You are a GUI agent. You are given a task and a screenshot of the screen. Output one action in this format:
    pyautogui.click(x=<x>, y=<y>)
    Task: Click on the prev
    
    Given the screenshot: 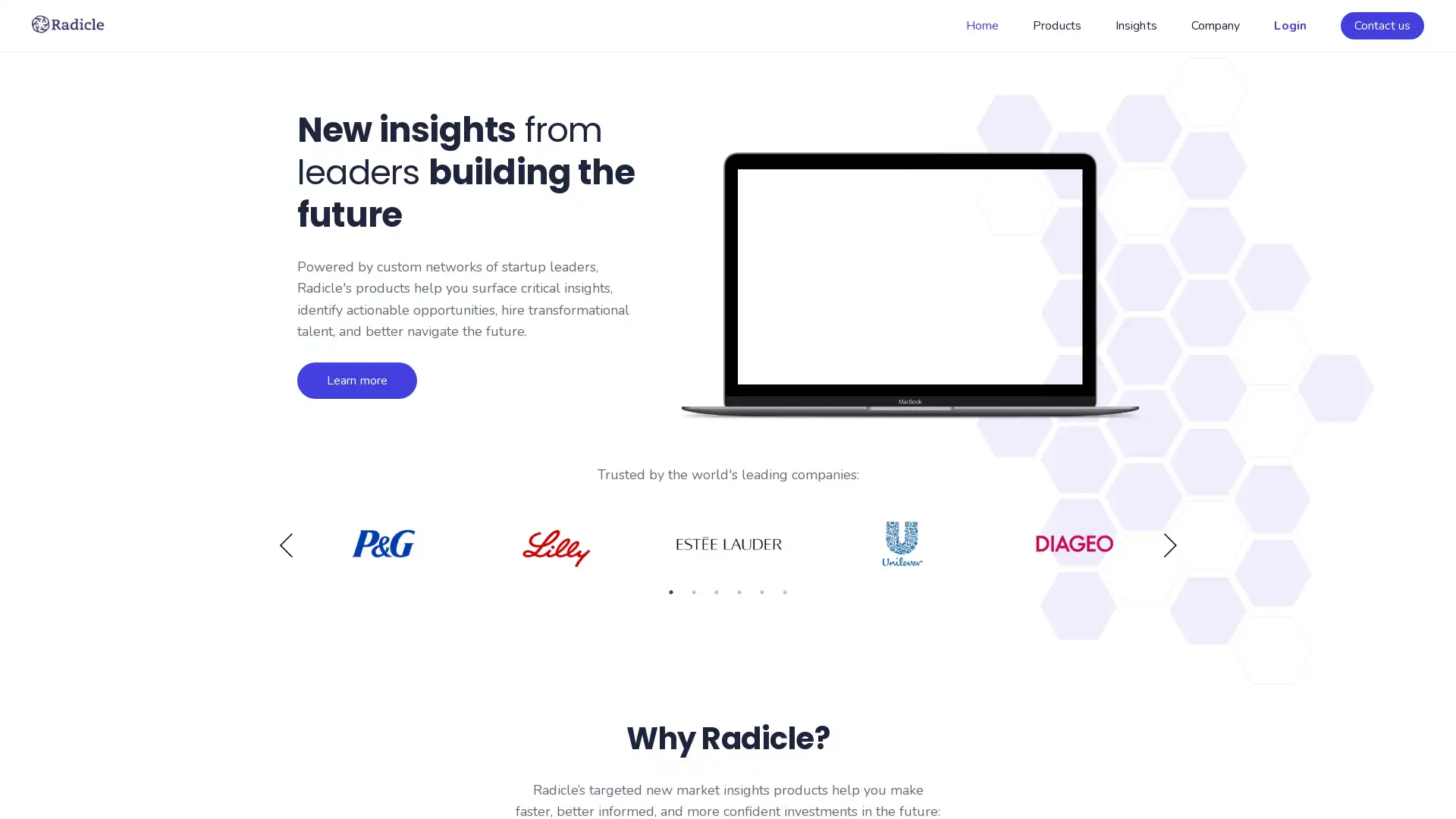 What is the action you would take?
    pyautogui.click(x=286, y=547)
    